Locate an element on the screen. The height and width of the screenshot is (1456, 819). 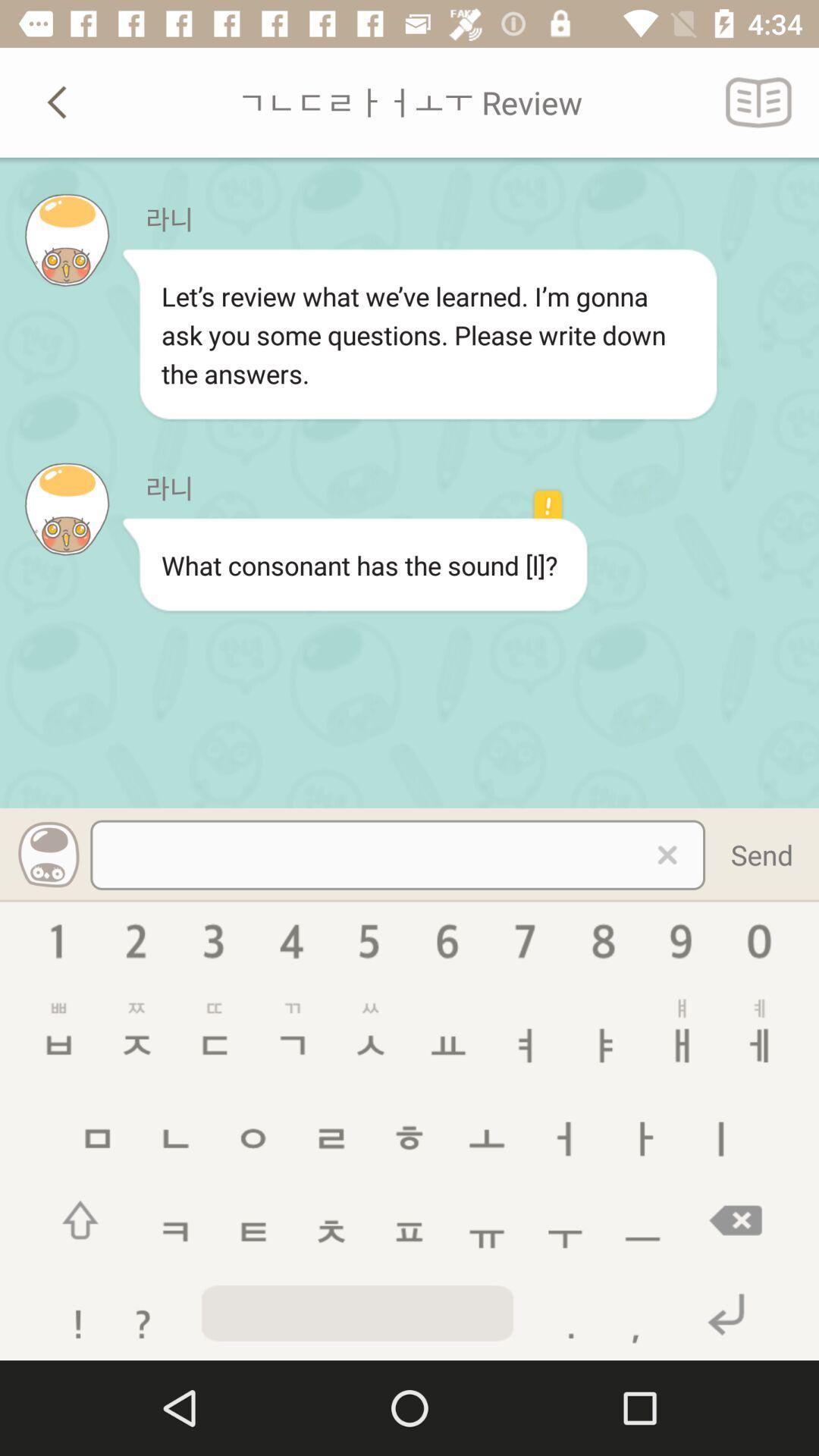
the expand_less icon is located at coordinates (330, 1220).